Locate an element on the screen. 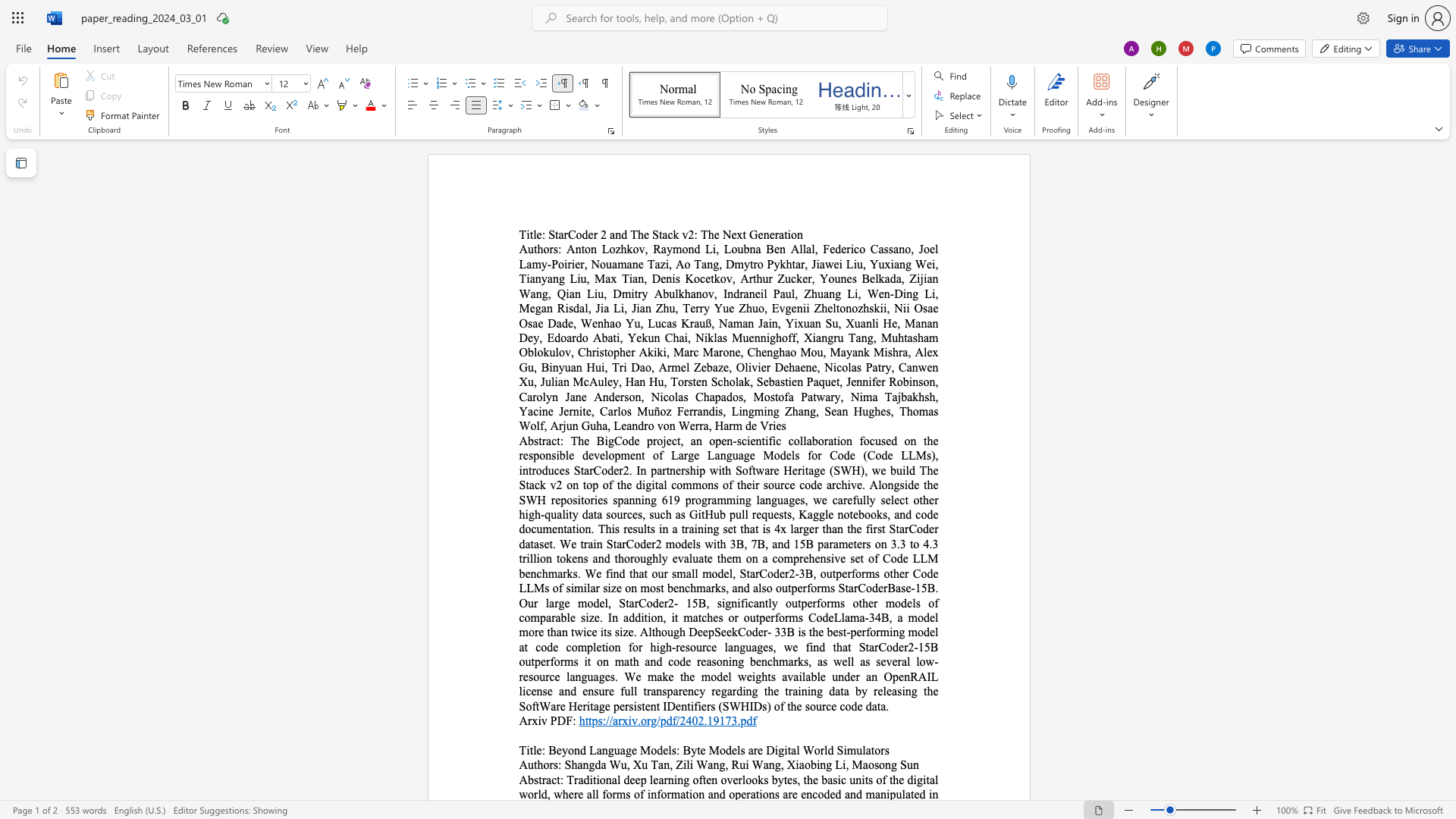  the 1th character "d" in the text is located at coordinates (597, 764).